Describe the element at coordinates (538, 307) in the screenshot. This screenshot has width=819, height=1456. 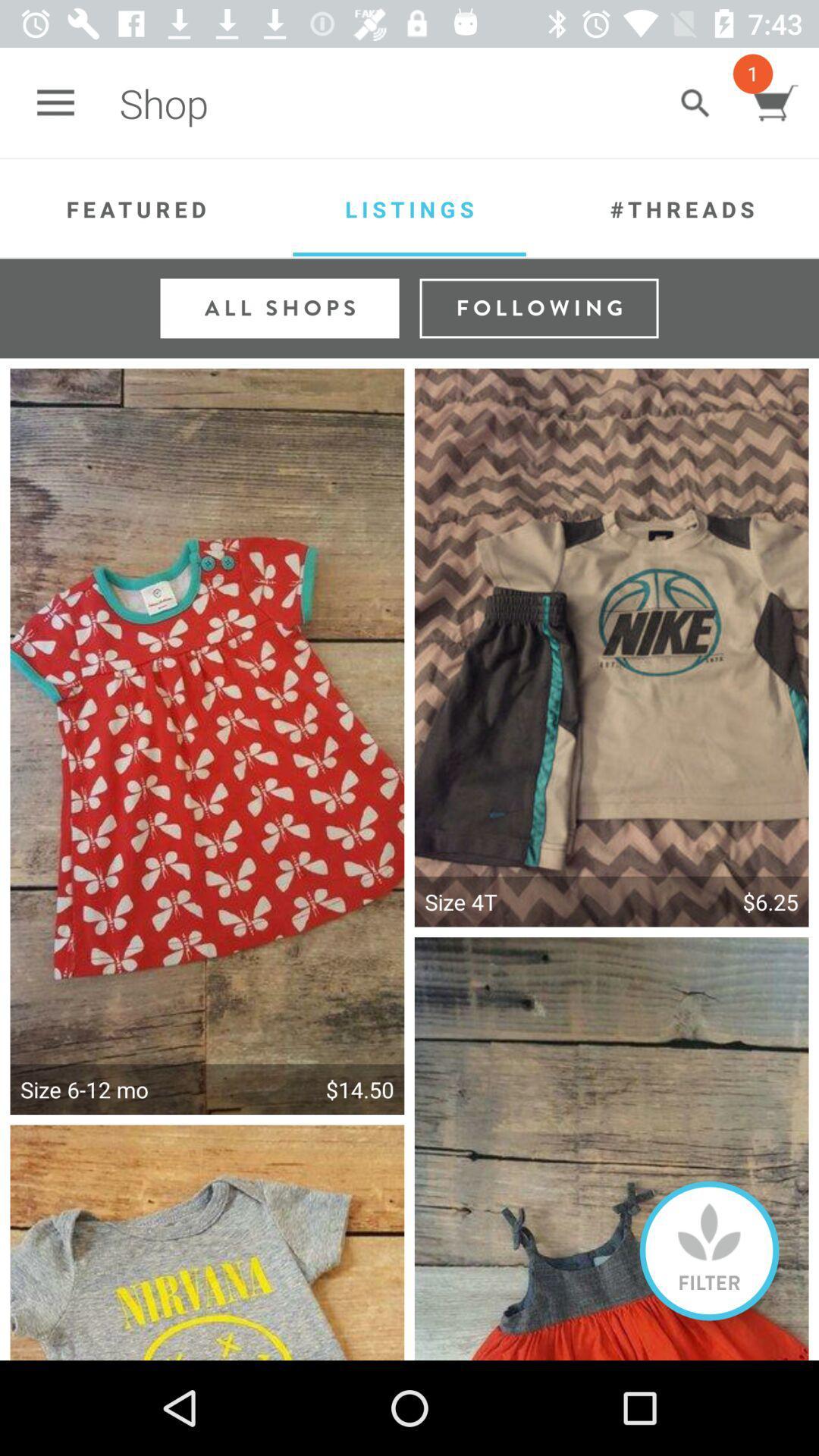
I see `the item next to the all shops icon` at that location.